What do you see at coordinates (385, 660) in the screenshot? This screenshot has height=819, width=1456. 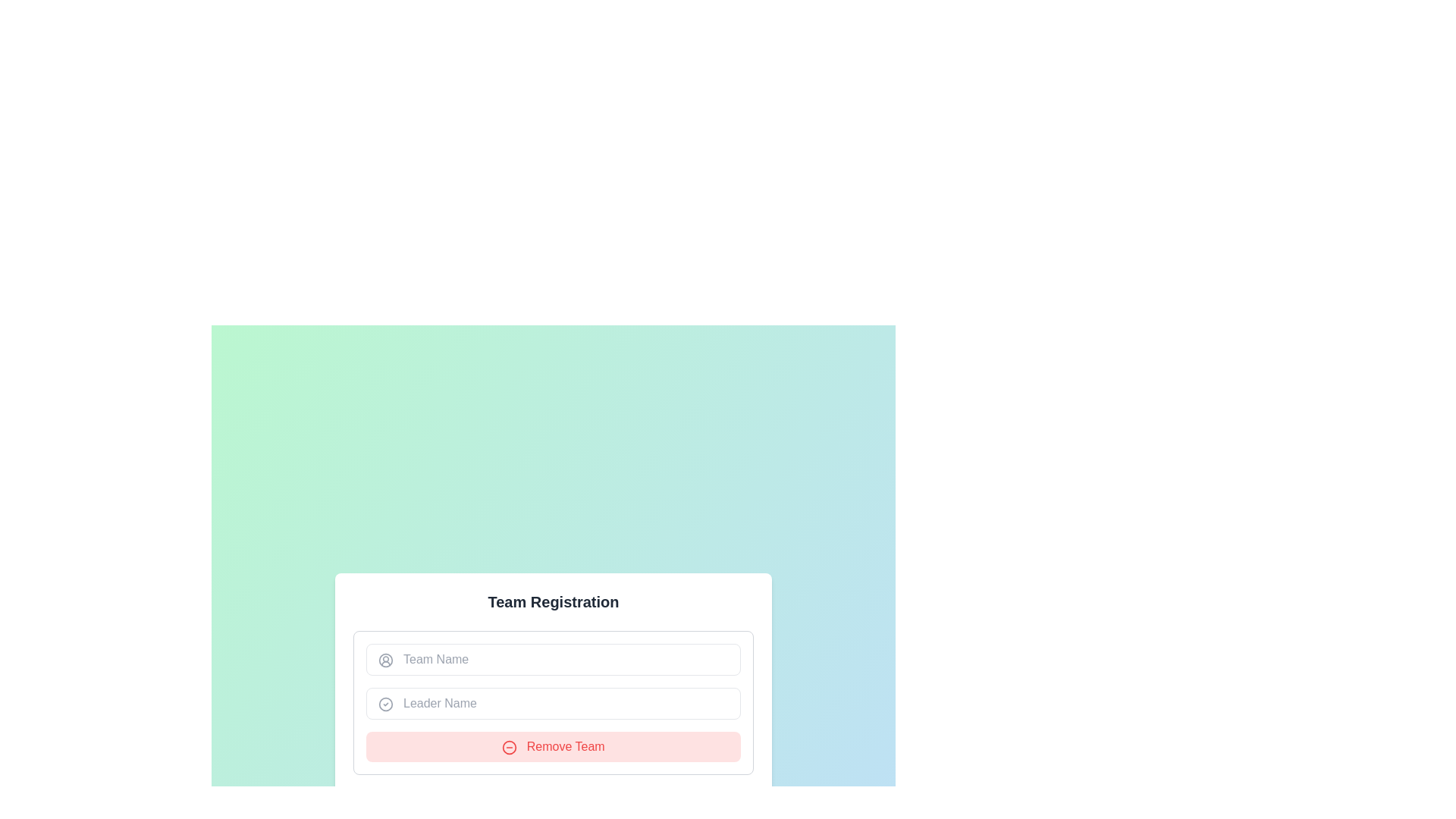 I see `the user icon, which is a circular shape with a smaller circle inside, located at the top-left corner of the 'Team Name' text input field` at bounding box center [385, 660].